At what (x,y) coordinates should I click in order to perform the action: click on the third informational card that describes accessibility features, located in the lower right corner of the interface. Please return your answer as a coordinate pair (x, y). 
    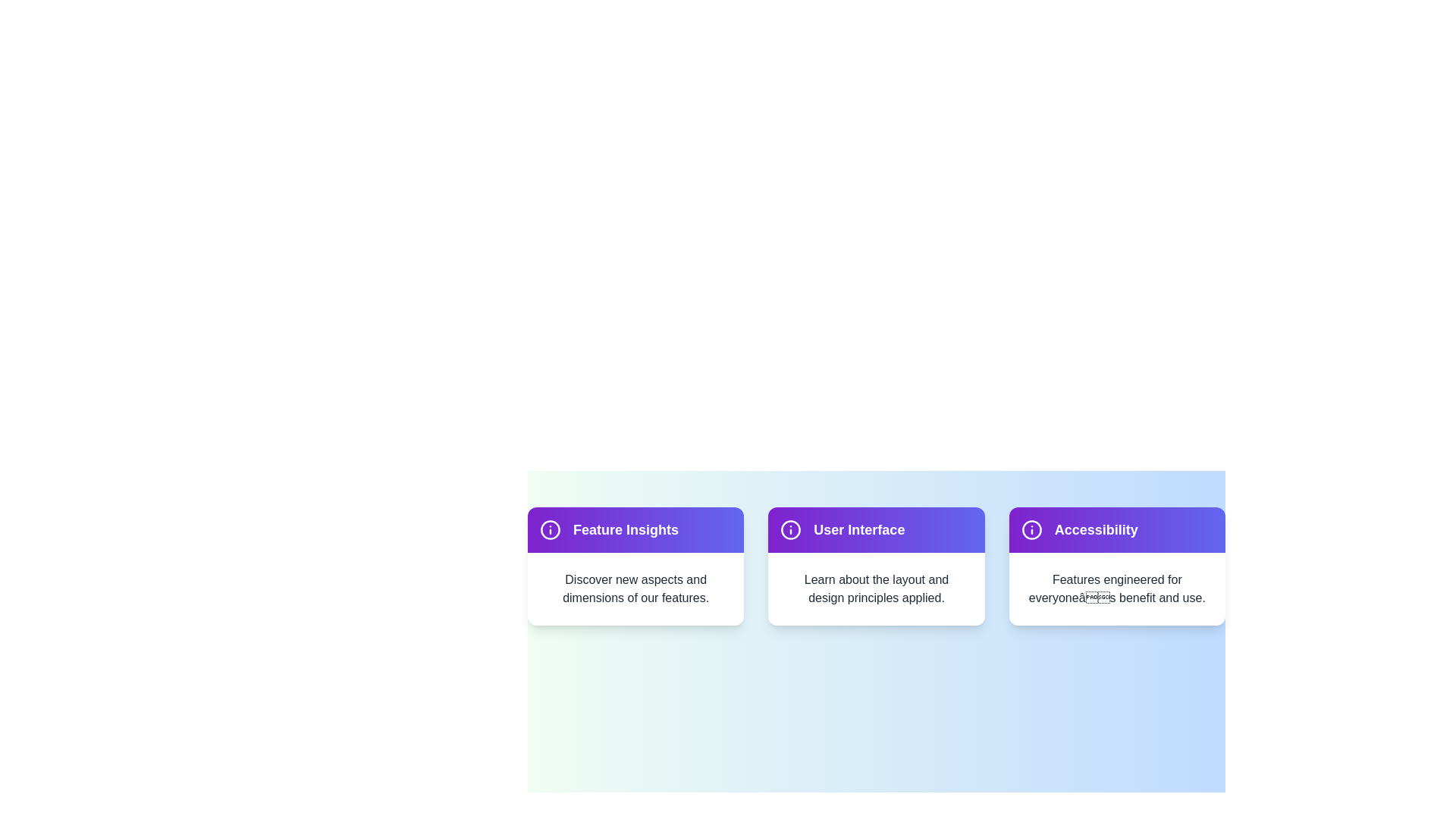
    Looking at the image, I should click on (1117, 566).